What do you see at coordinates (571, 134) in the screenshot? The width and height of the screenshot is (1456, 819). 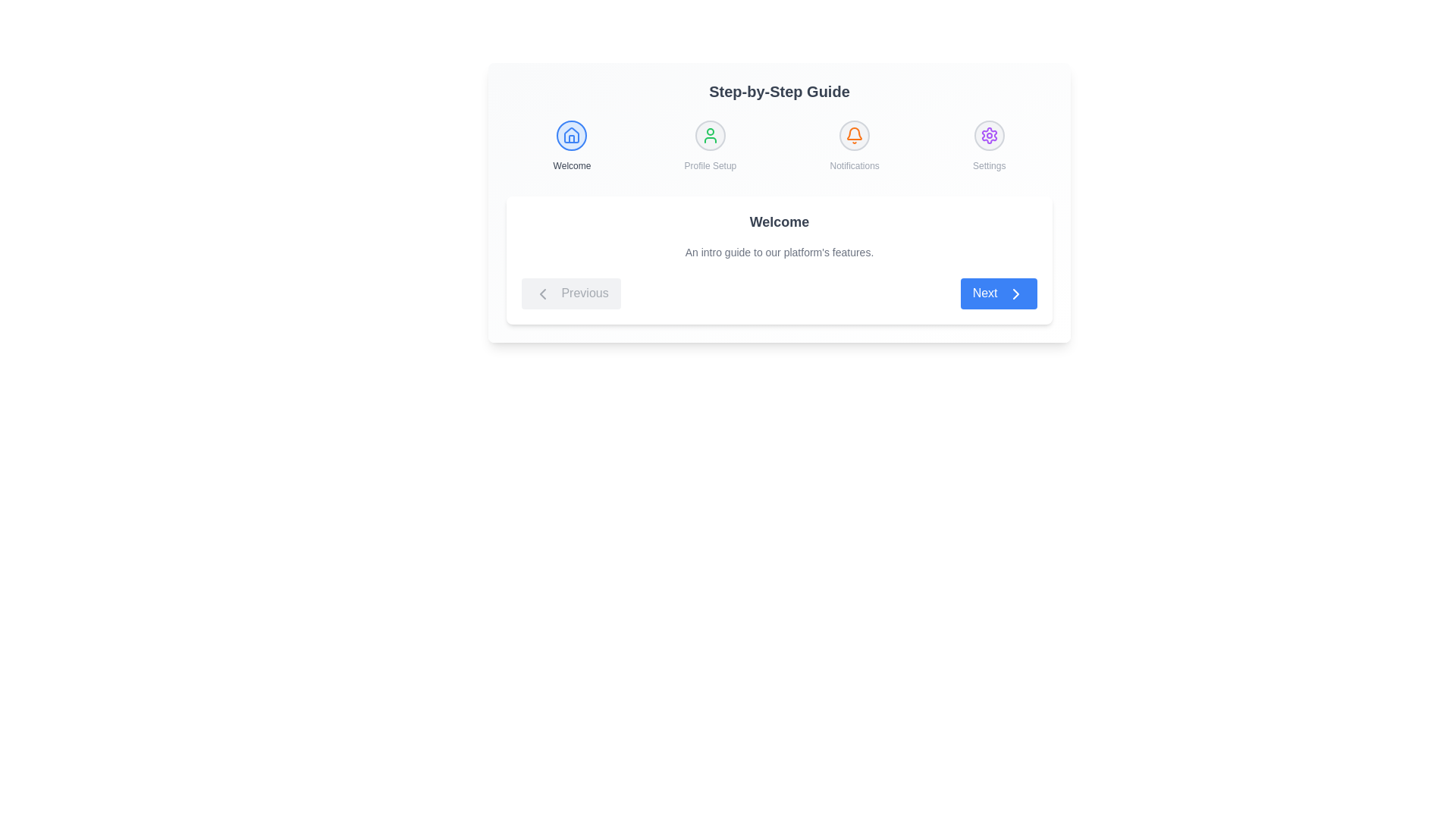 I see `the circular icon with a blue border and background containing a minimalistic house illustration, located above the 'Welcome' label` at bounding box center [571, 134].